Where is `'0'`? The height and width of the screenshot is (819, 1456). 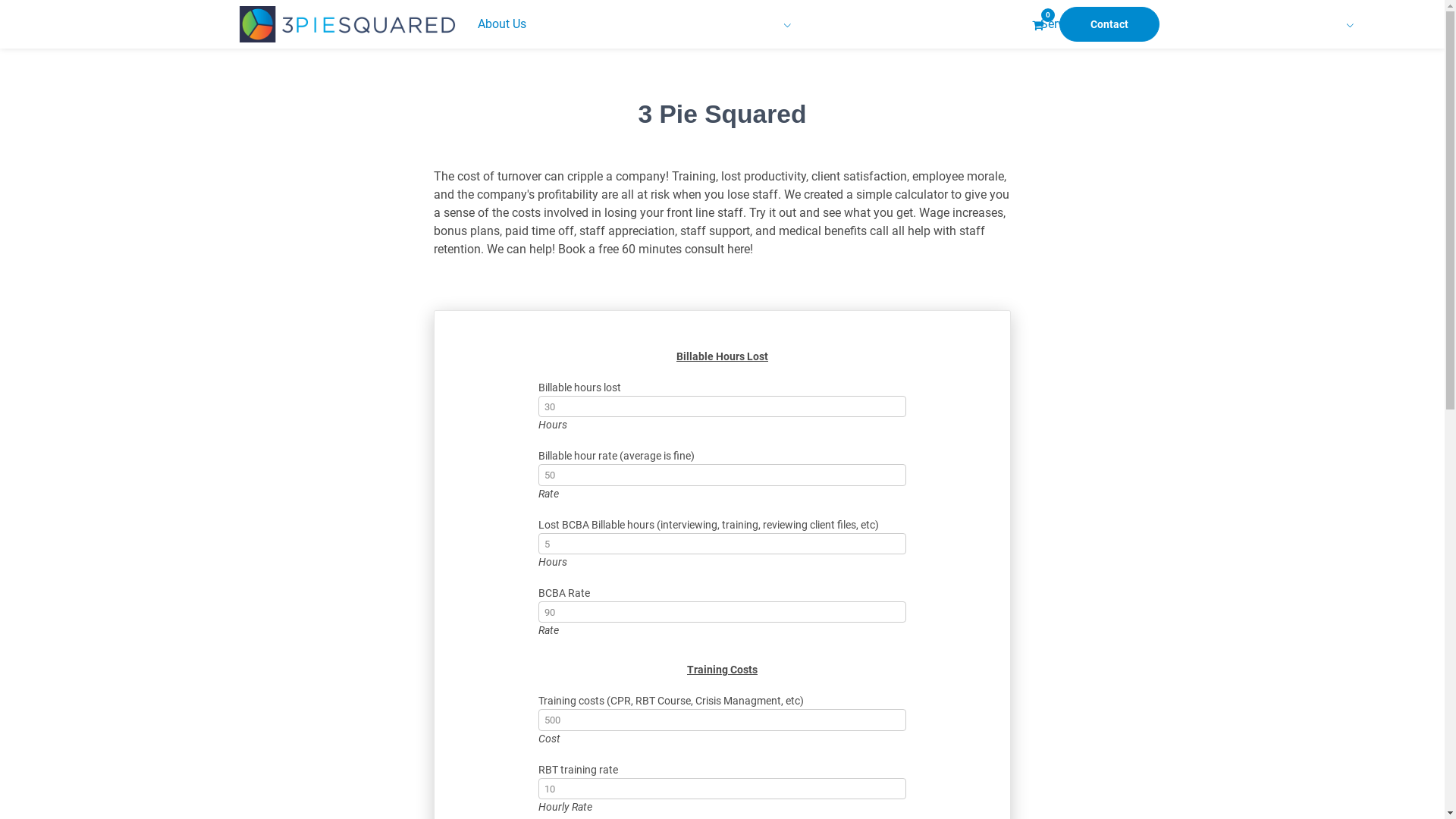 '0' is located at coordinates (1037, 24).